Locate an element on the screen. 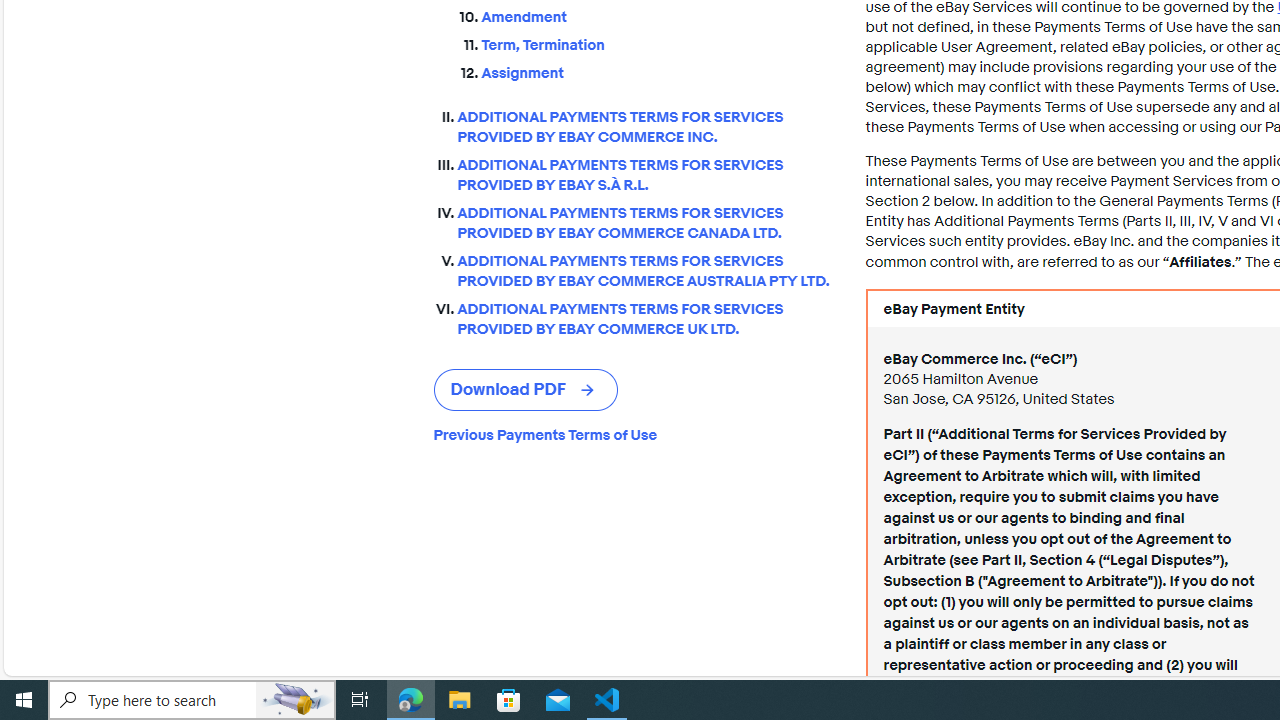 The image size is (1280, 720). 'Term, Termination' is located at coordinates (657, 41).